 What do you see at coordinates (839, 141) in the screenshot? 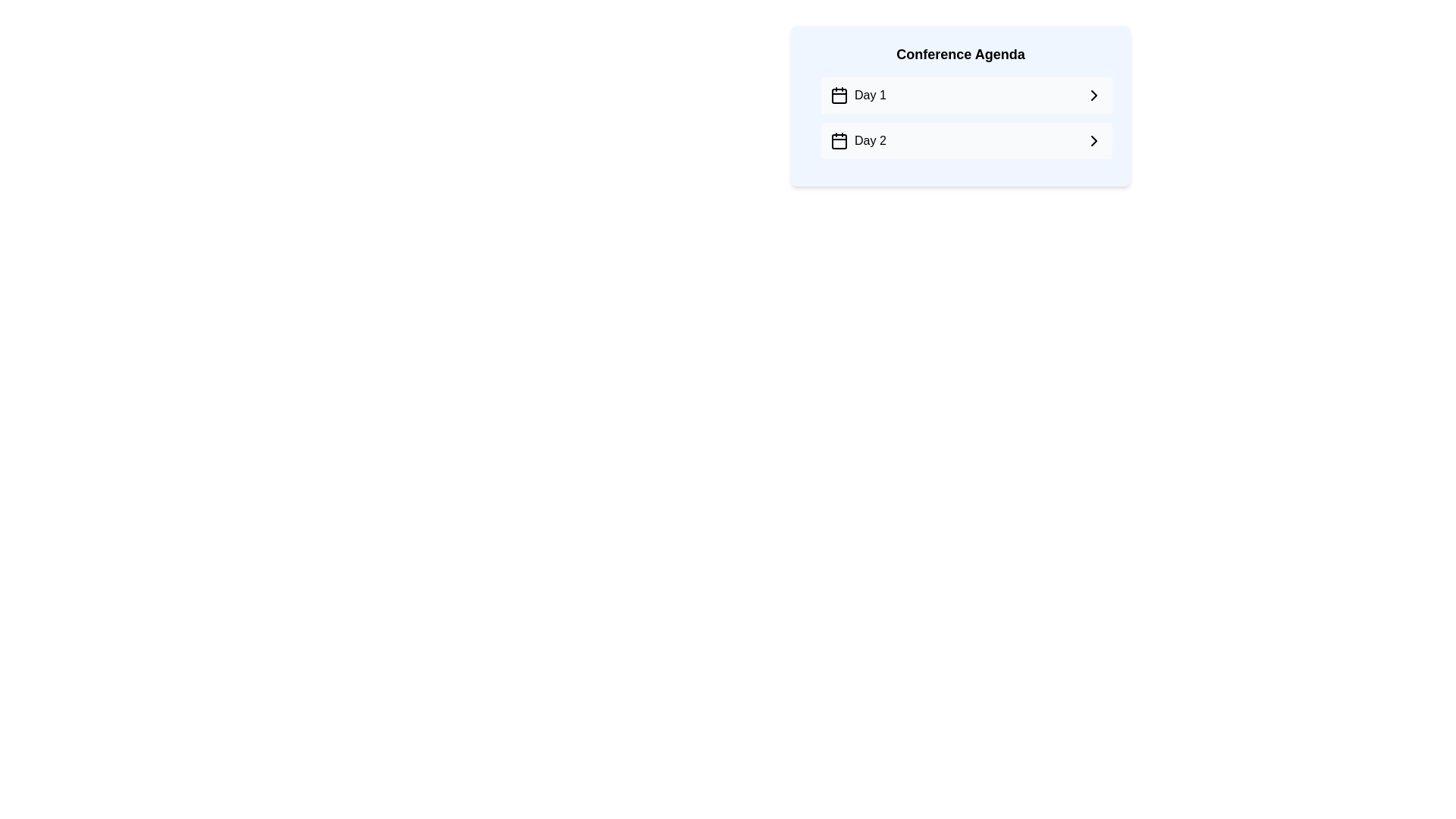
I see `the Calendar icon, which is a small rectangular icon with rounded corners located adjacent to the text 'Day 2' in the second row of the menu list titled 'Conference Agenda'` at bounding box center [839, 141].